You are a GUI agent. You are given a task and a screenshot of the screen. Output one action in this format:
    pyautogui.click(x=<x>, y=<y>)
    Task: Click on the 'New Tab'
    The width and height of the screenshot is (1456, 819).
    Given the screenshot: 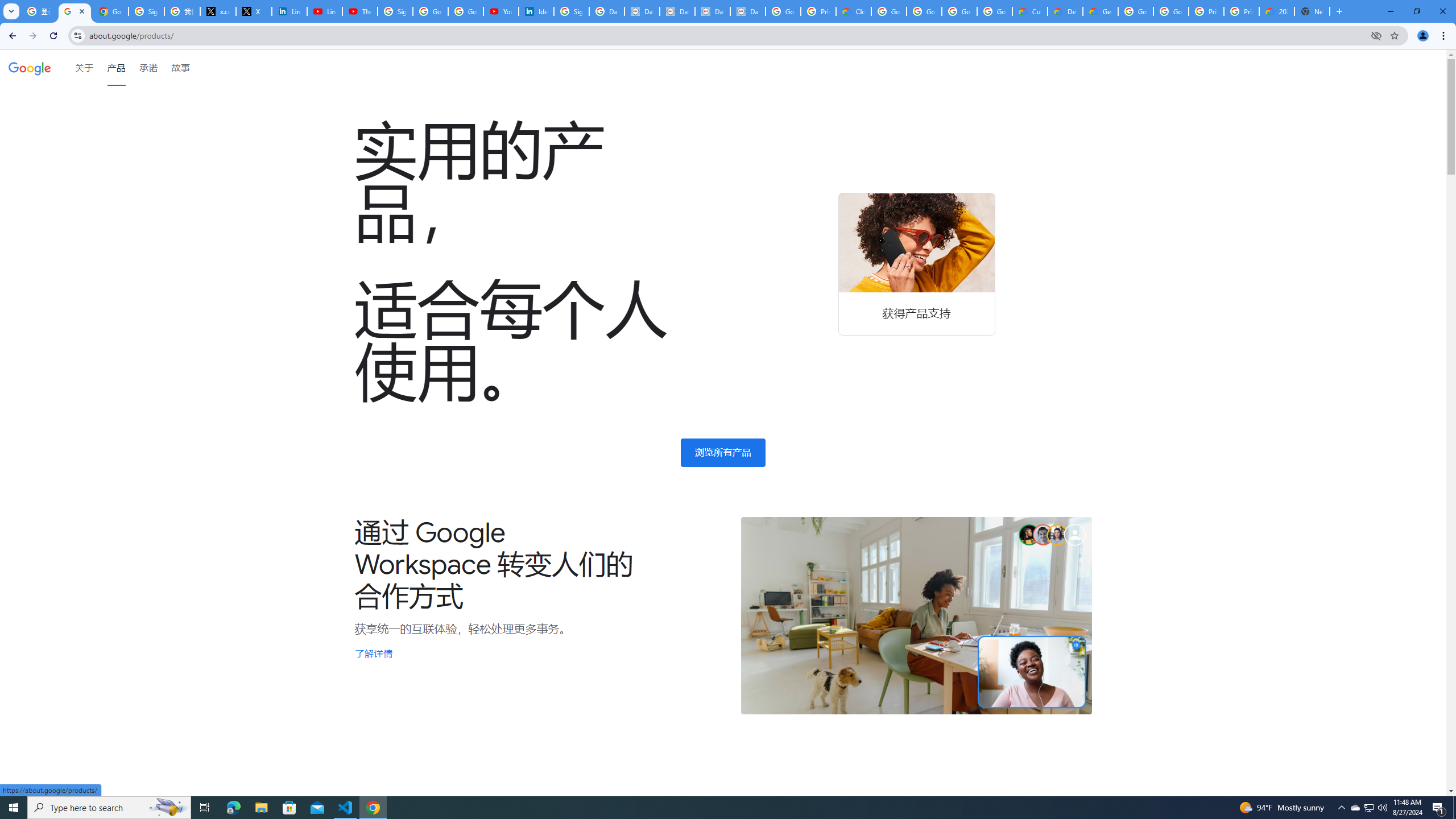 What is the action you would take?
    pyautogui.click(x=1312, y=11)
    